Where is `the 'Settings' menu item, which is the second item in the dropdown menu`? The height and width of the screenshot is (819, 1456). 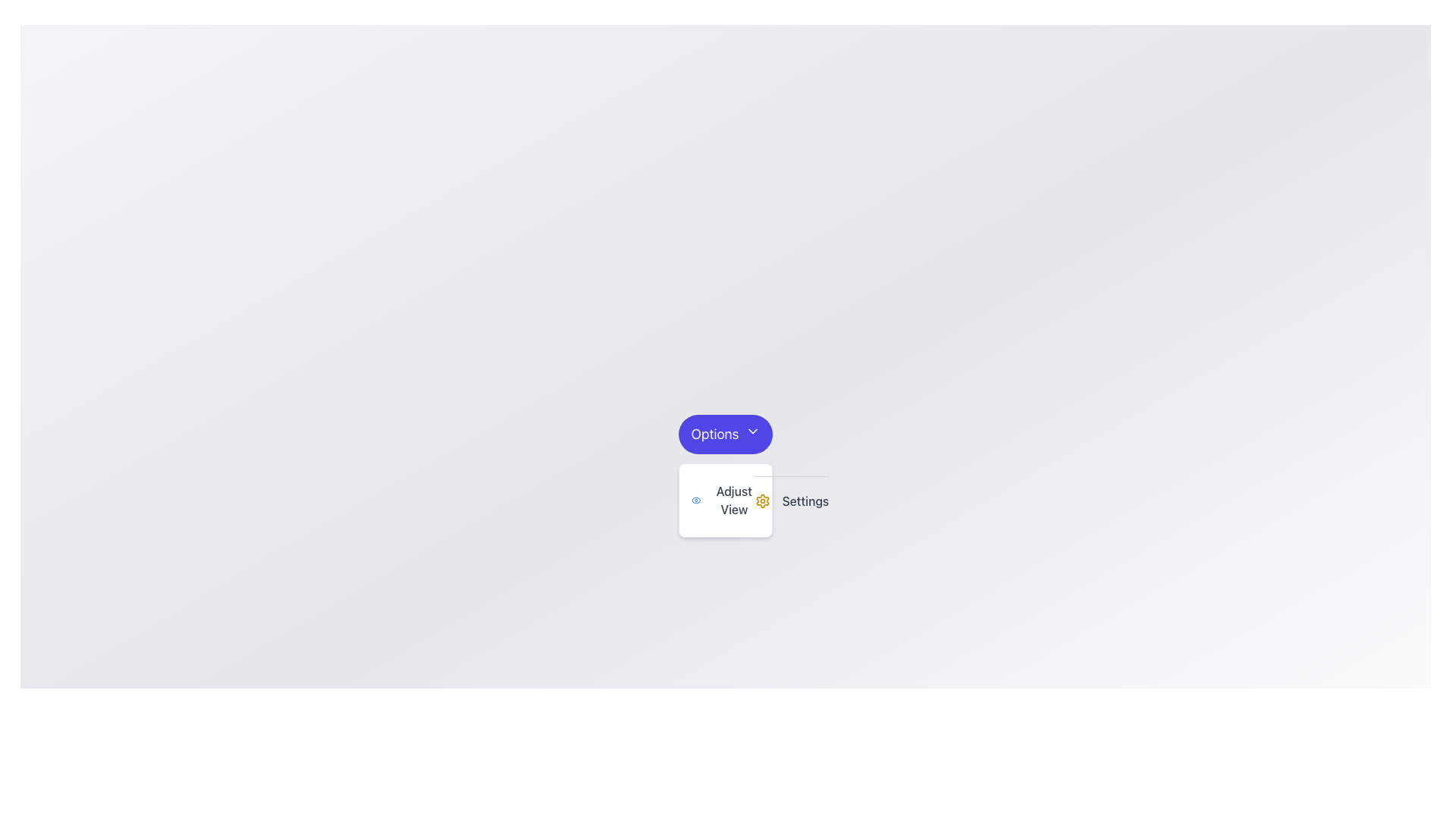
the 'Settings' menu item, which is the second item in the dropdown menu is located at coordinates (791, 500).